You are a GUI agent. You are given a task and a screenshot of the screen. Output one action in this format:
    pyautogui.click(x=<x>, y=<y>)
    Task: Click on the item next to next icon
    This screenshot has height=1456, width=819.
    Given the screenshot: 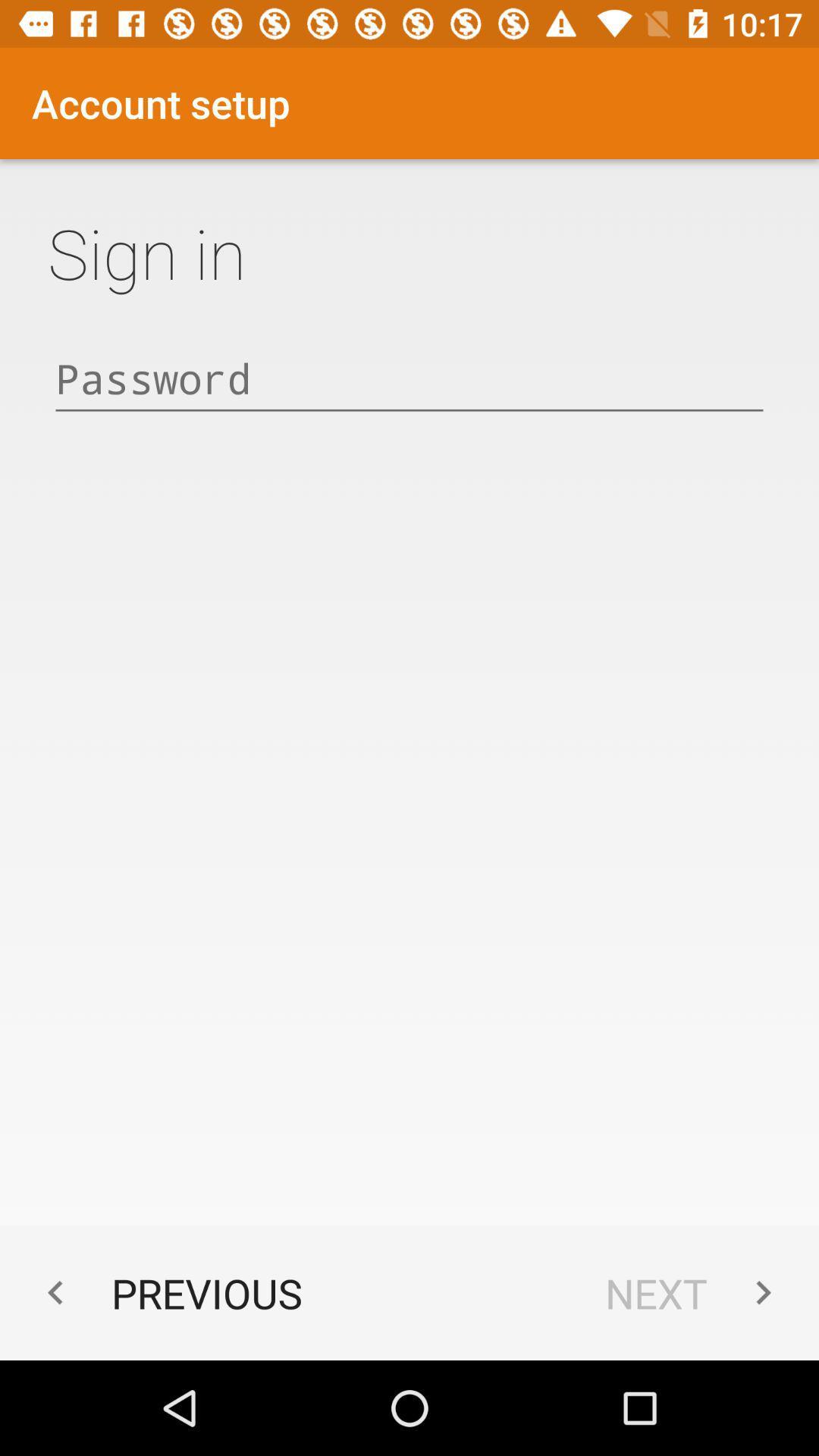 What is the action you would take?
    pyautogui.click(x=167, y=1292)
    